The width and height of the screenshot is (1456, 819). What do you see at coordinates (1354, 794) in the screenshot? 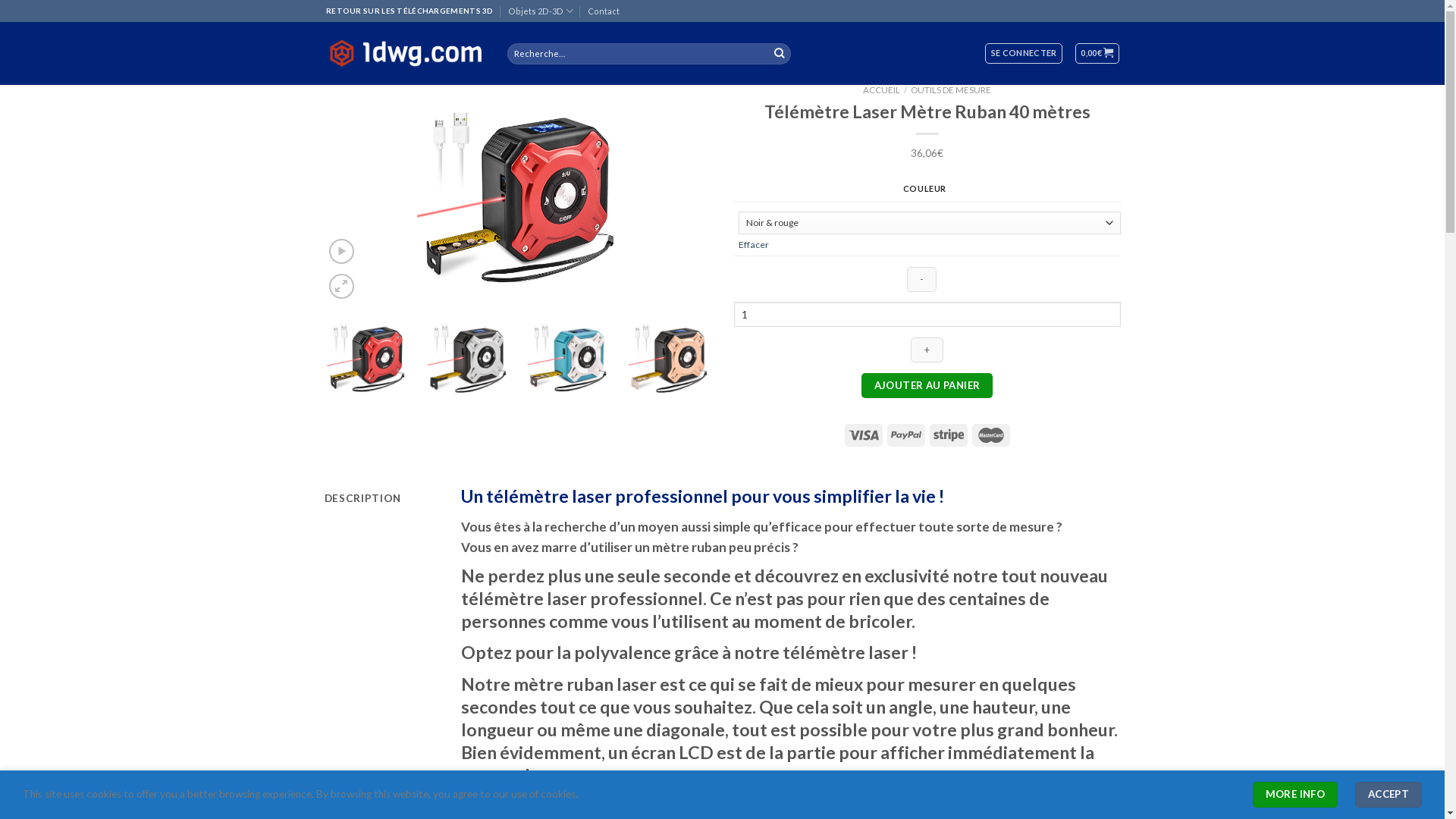
I see `'ACCEPT'` at bounding box center [1354, 794].